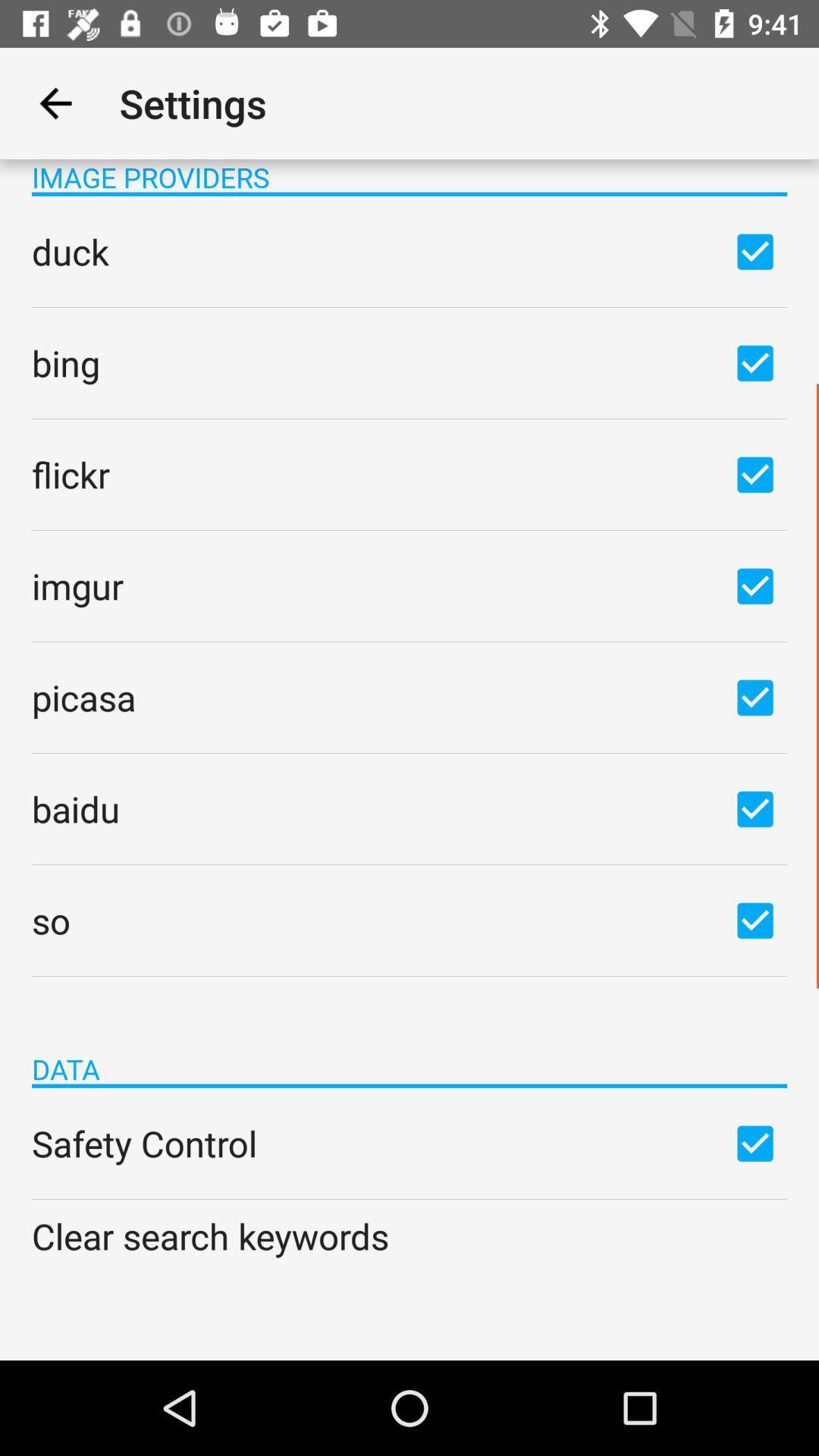 Image resolution: width=819 pixels, height=1456 pixels. I want to click on safety control option, so click(755, 1143).